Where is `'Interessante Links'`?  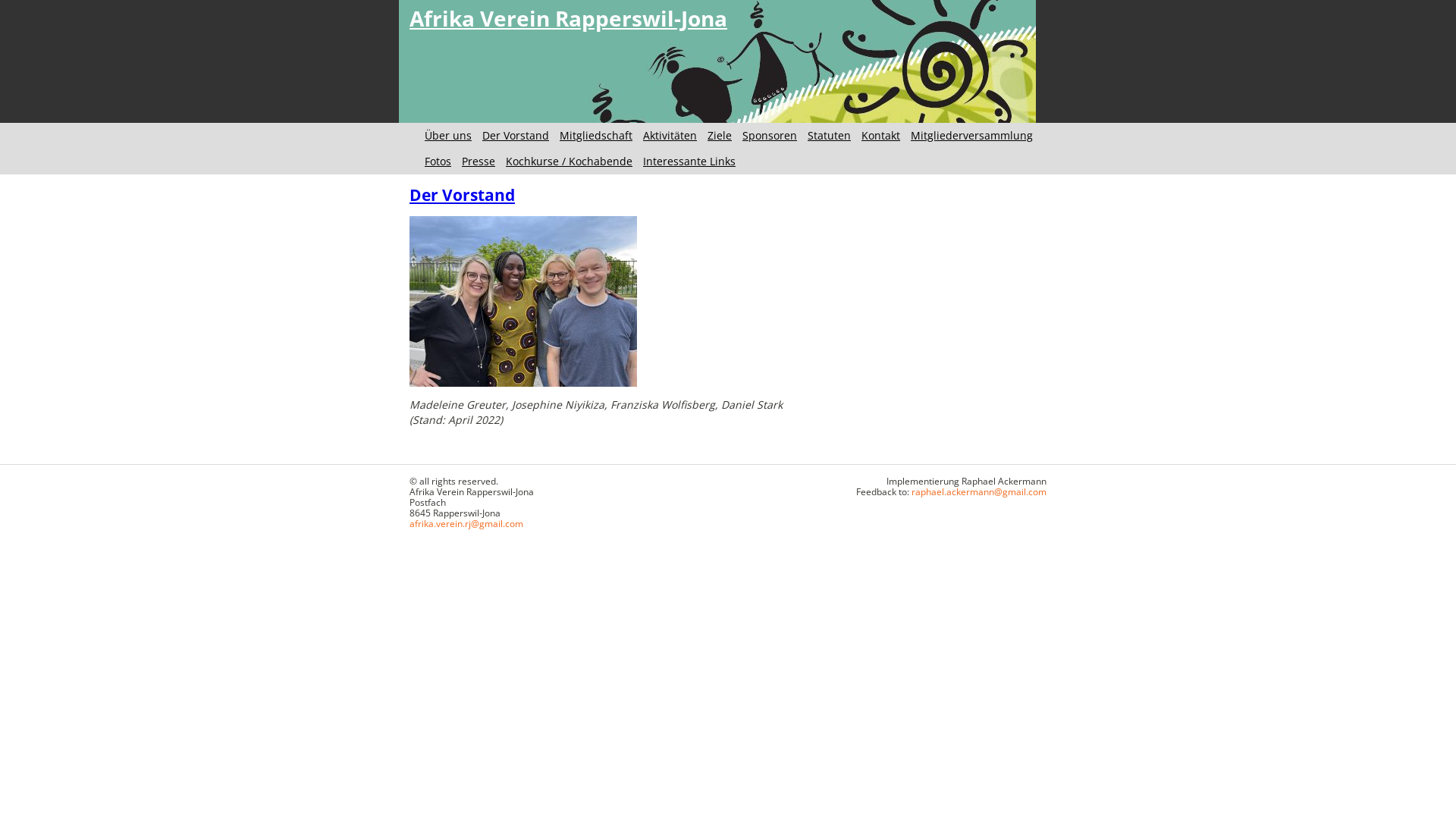 'Interessante Links' is located at coordinates (688, 161).